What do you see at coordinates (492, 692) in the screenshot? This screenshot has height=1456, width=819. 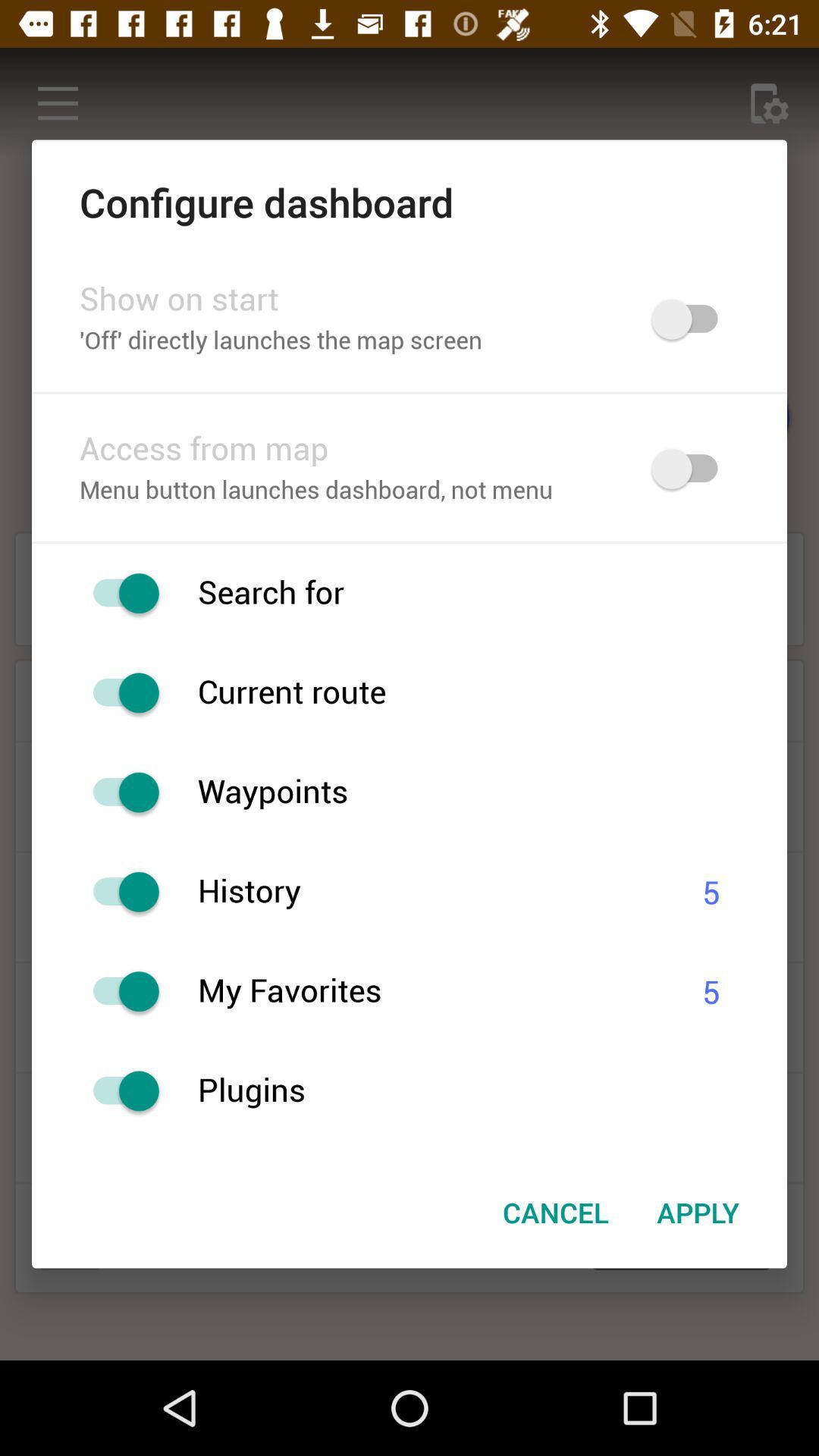 I see `item above the waypoints` at bounding box center [492, 692].